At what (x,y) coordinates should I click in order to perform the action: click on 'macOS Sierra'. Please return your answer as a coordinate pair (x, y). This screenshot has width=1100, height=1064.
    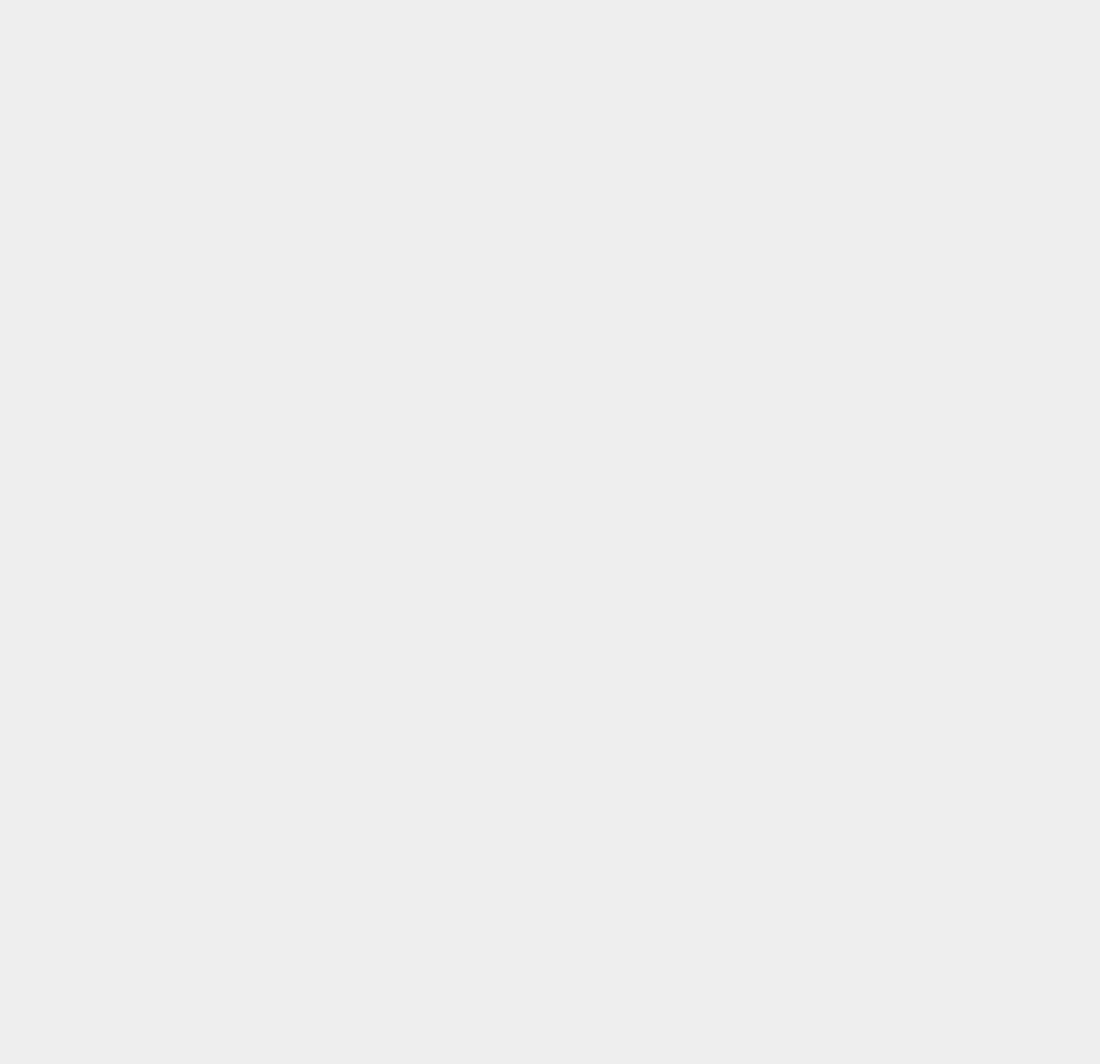
    Looking at the image, I should click on (820, 644).